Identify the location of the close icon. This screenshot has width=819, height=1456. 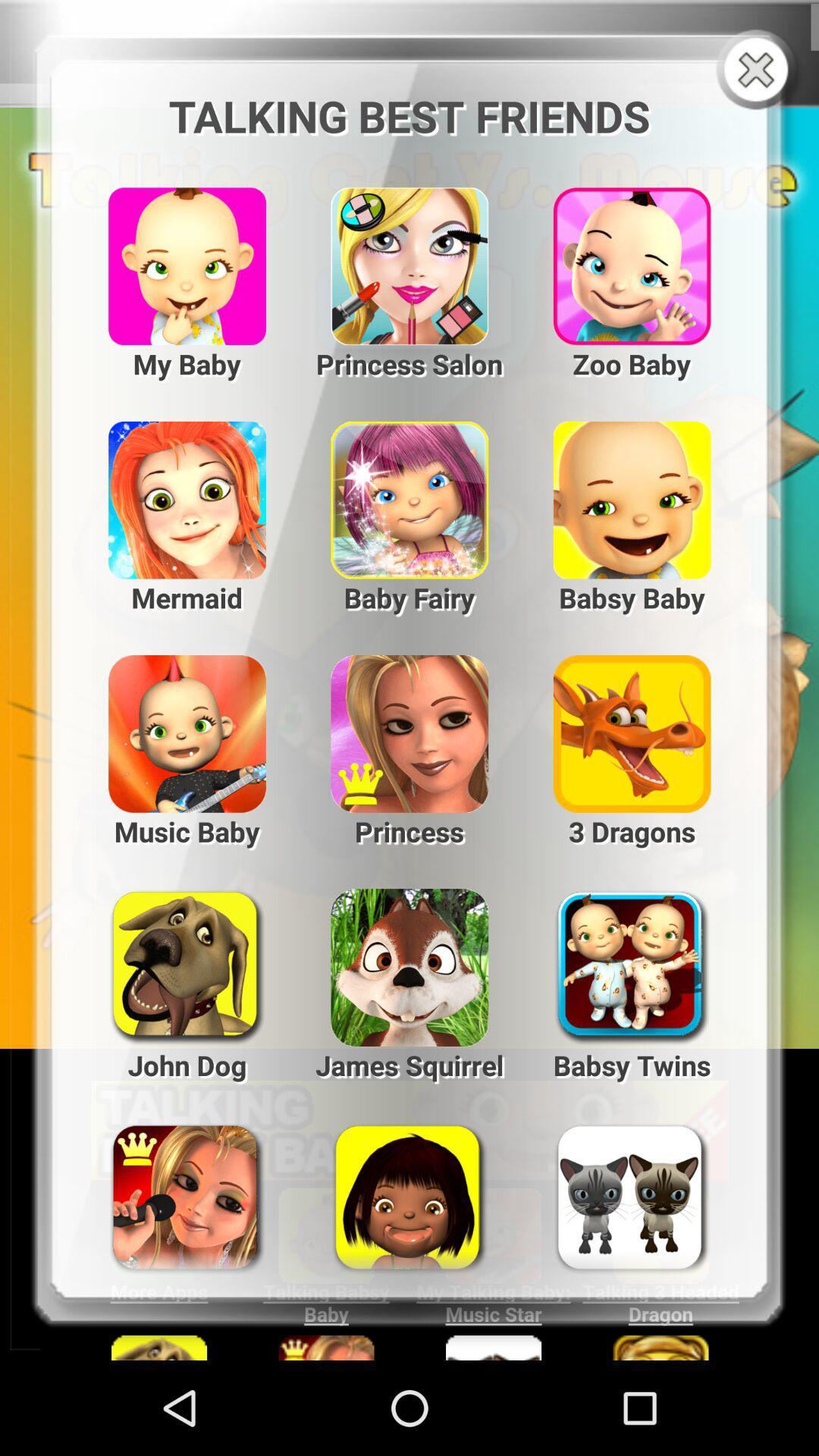
(759, 76).